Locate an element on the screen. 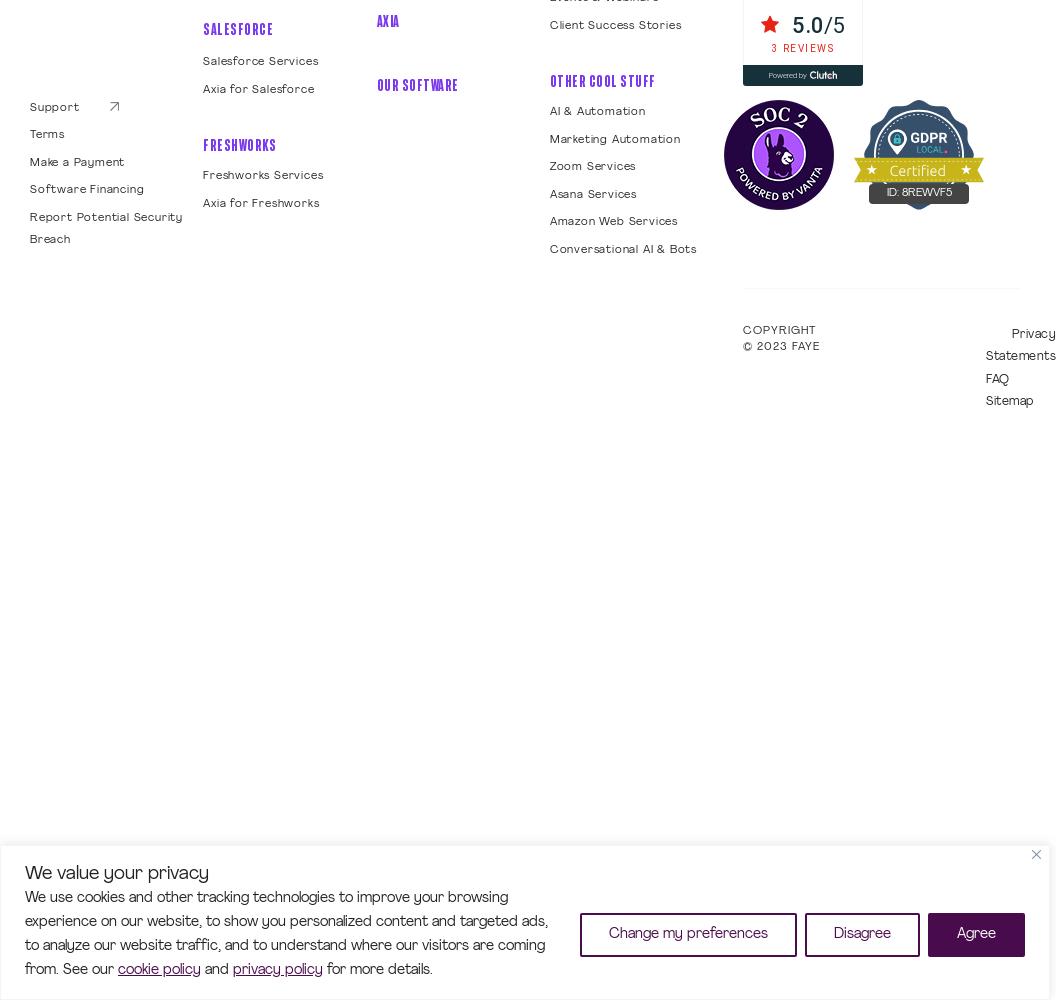 Image resolution: width=1056 pixels, height=1000 pixels. 'We use cookies and other tracking technologies to improve your browsing experience on our website, to show you personalized content and targeted ads, to analyze our website traffic, and to understand where our visitors are coming from. See our' is located at coordinates (286, 933).